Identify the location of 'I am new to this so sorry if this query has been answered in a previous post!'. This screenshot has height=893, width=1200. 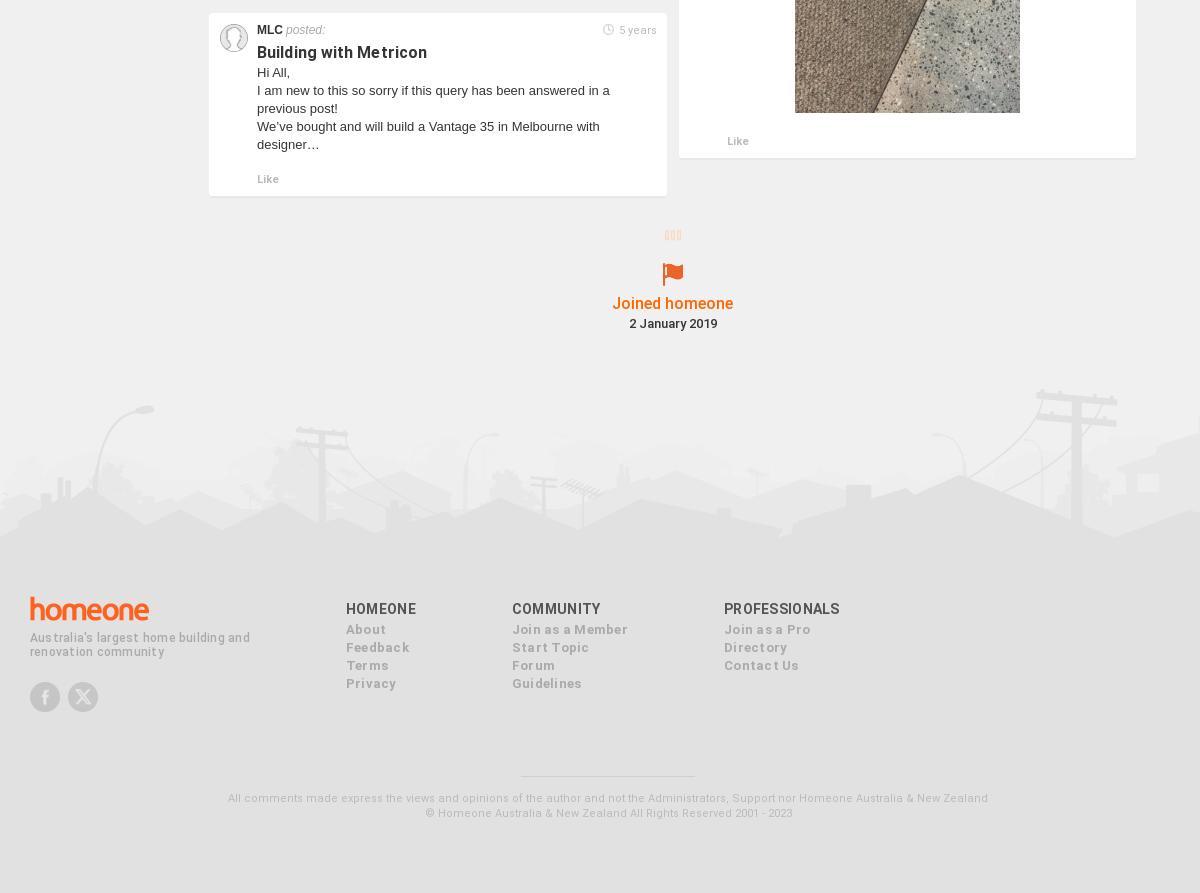
(432, 98).